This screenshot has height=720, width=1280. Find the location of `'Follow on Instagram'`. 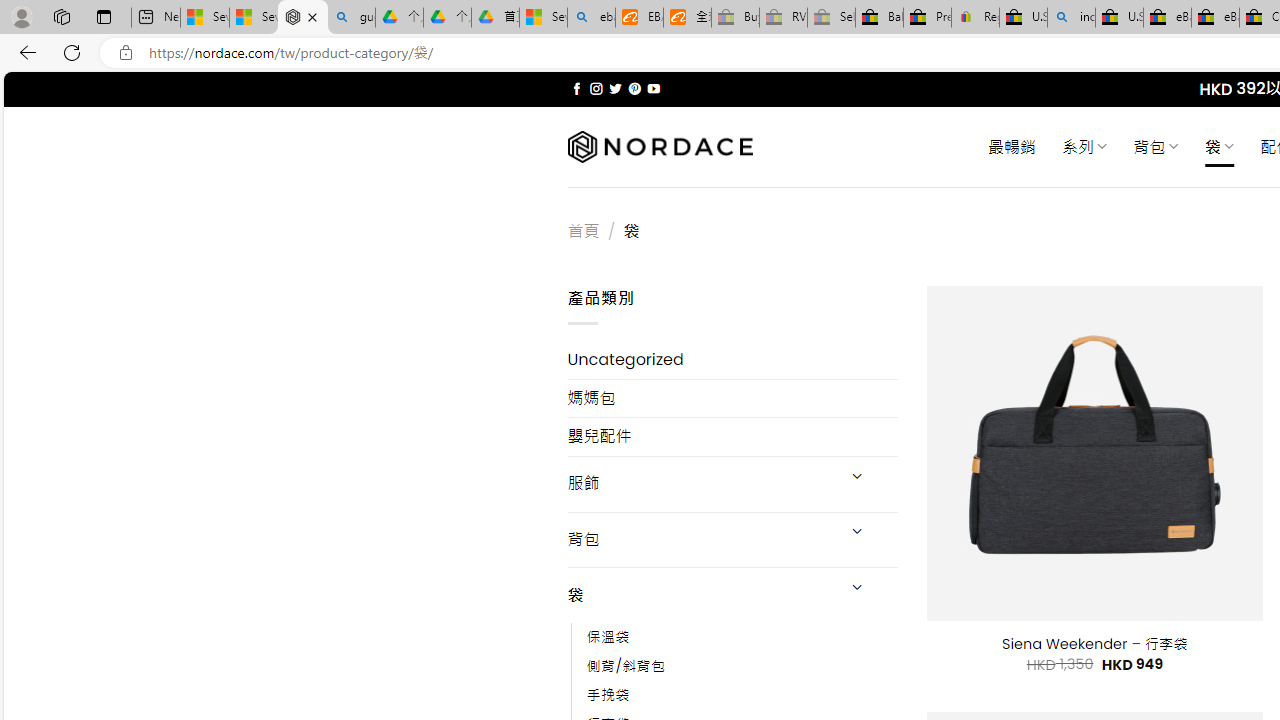

'Follow on Instagram' is located at coordinates (595, 88).